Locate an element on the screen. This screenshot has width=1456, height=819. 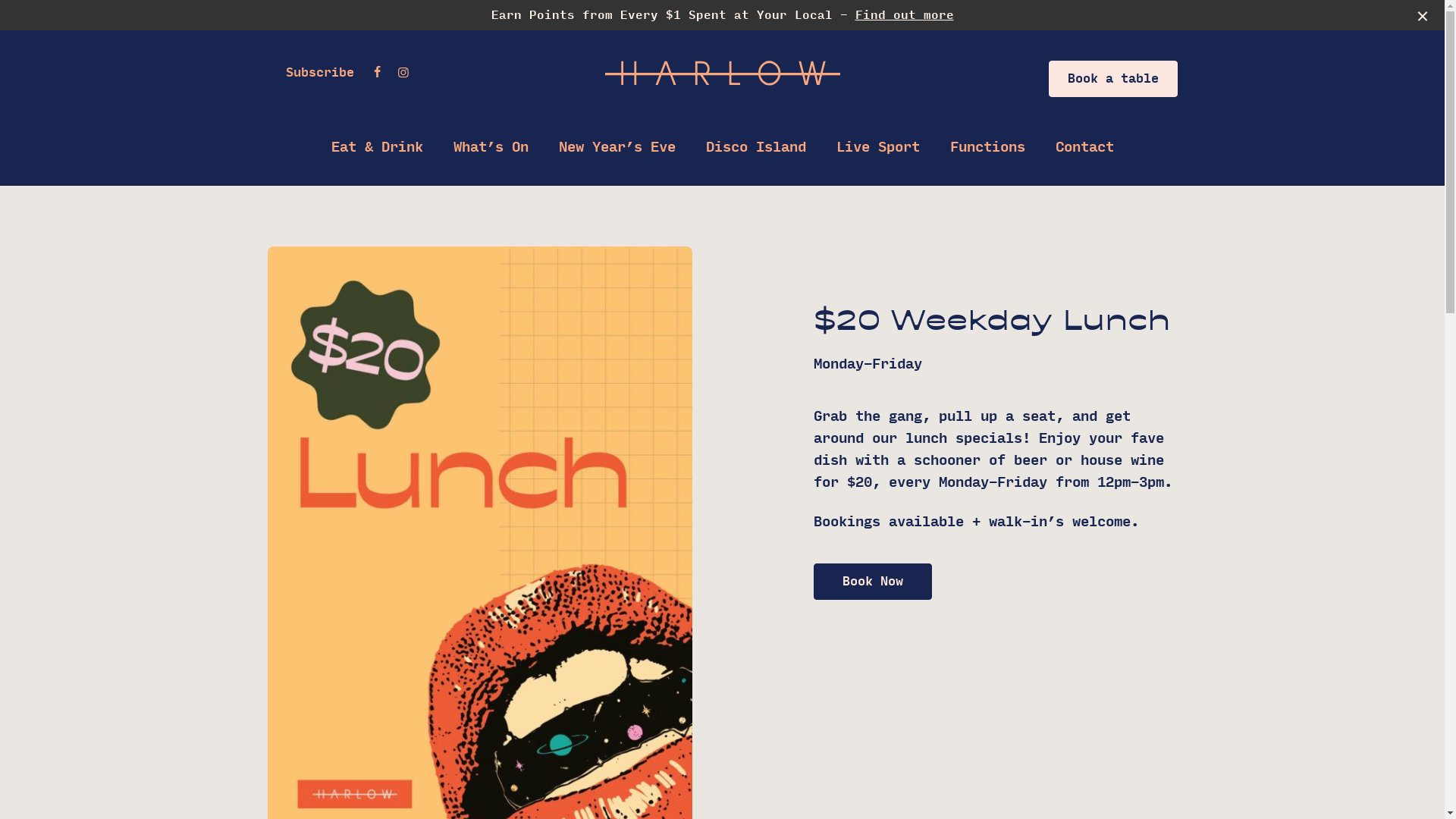
'Subscribe' is located at coordinates (318, 72).